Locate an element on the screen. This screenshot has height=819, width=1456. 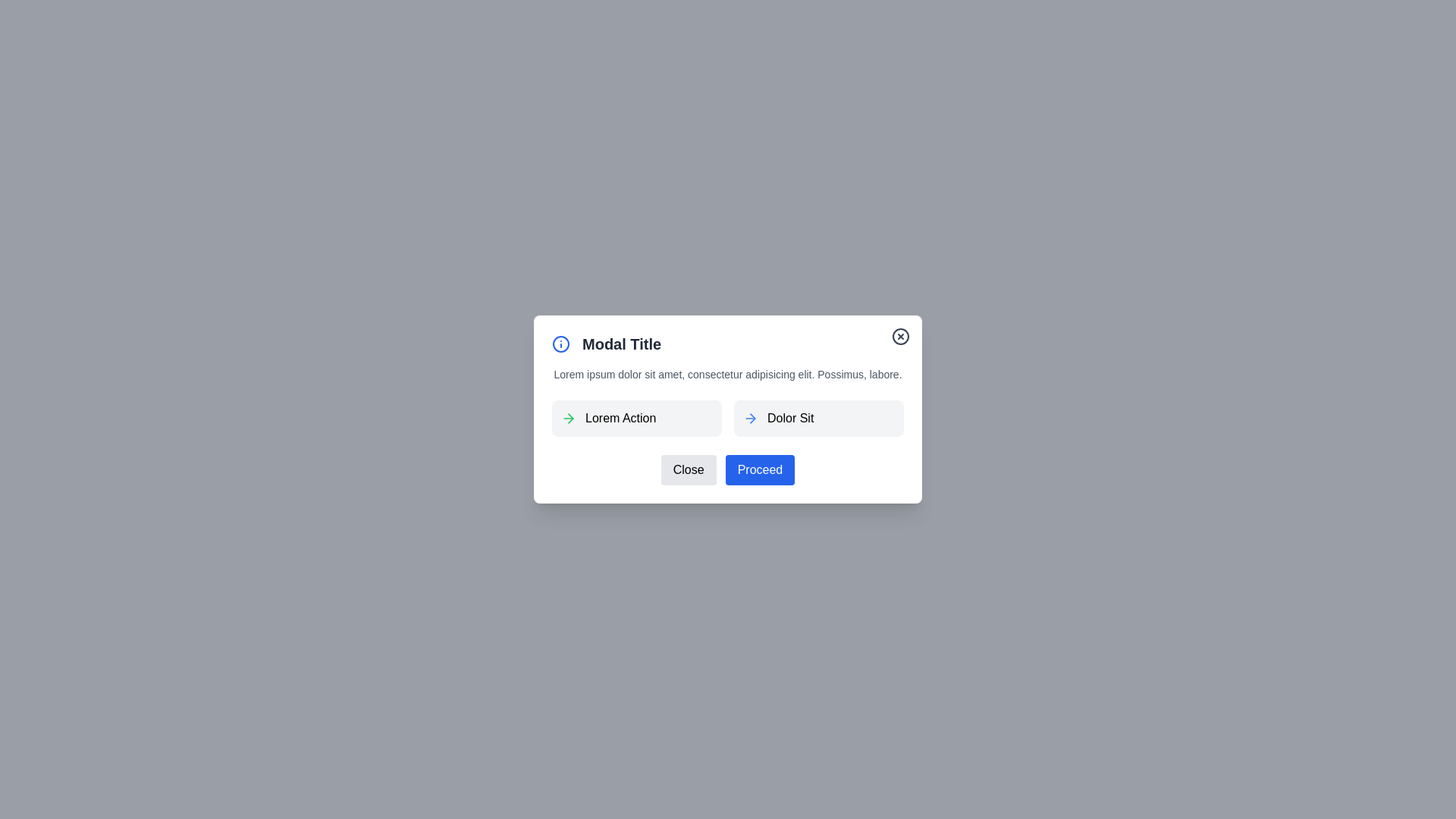
the informational icon located to the left of the 'Modal Title' in the modal header is located at coordinates (560, 344).